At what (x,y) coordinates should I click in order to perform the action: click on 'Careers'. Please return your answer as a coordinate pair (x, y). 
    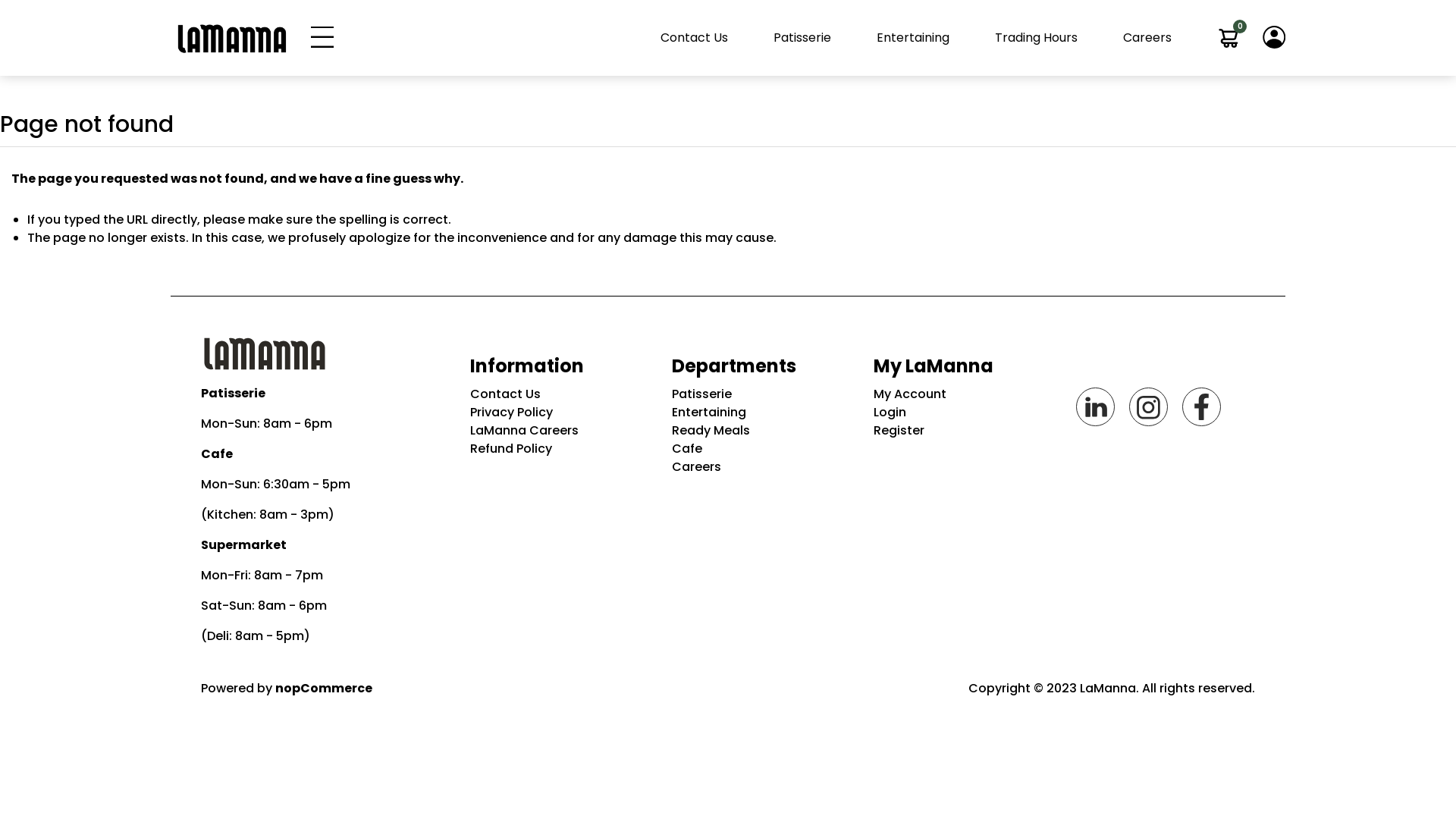
    Looking at the image, I should click on (761, 466).